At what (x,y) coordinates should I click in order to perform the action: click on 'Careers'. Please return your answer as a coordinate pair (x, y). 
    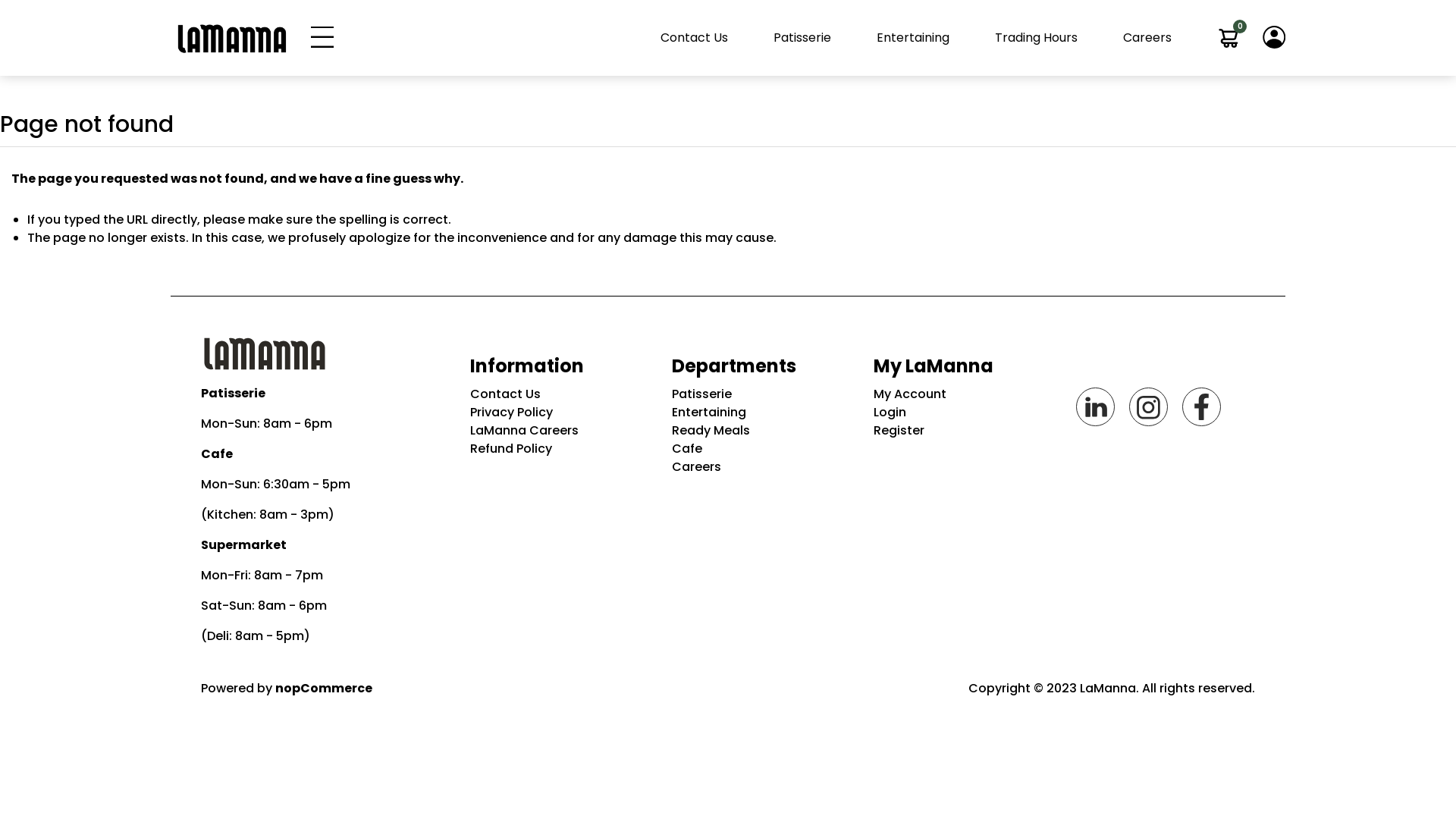
    Looking at the image, I should click on (761, 466).